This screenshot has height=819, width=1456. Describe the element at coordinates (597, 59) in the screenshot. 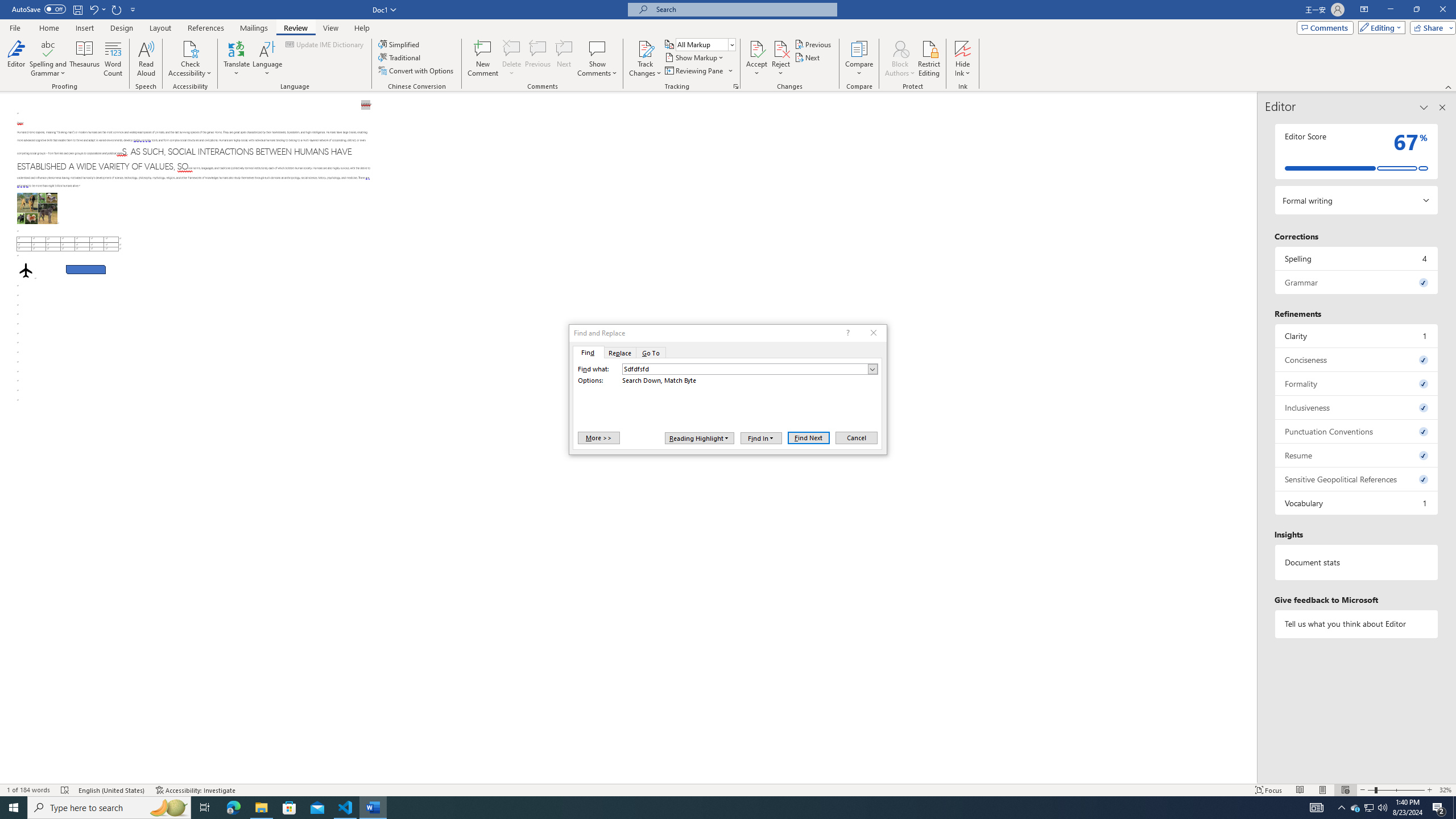

I see `'Show Comments'` at that location.